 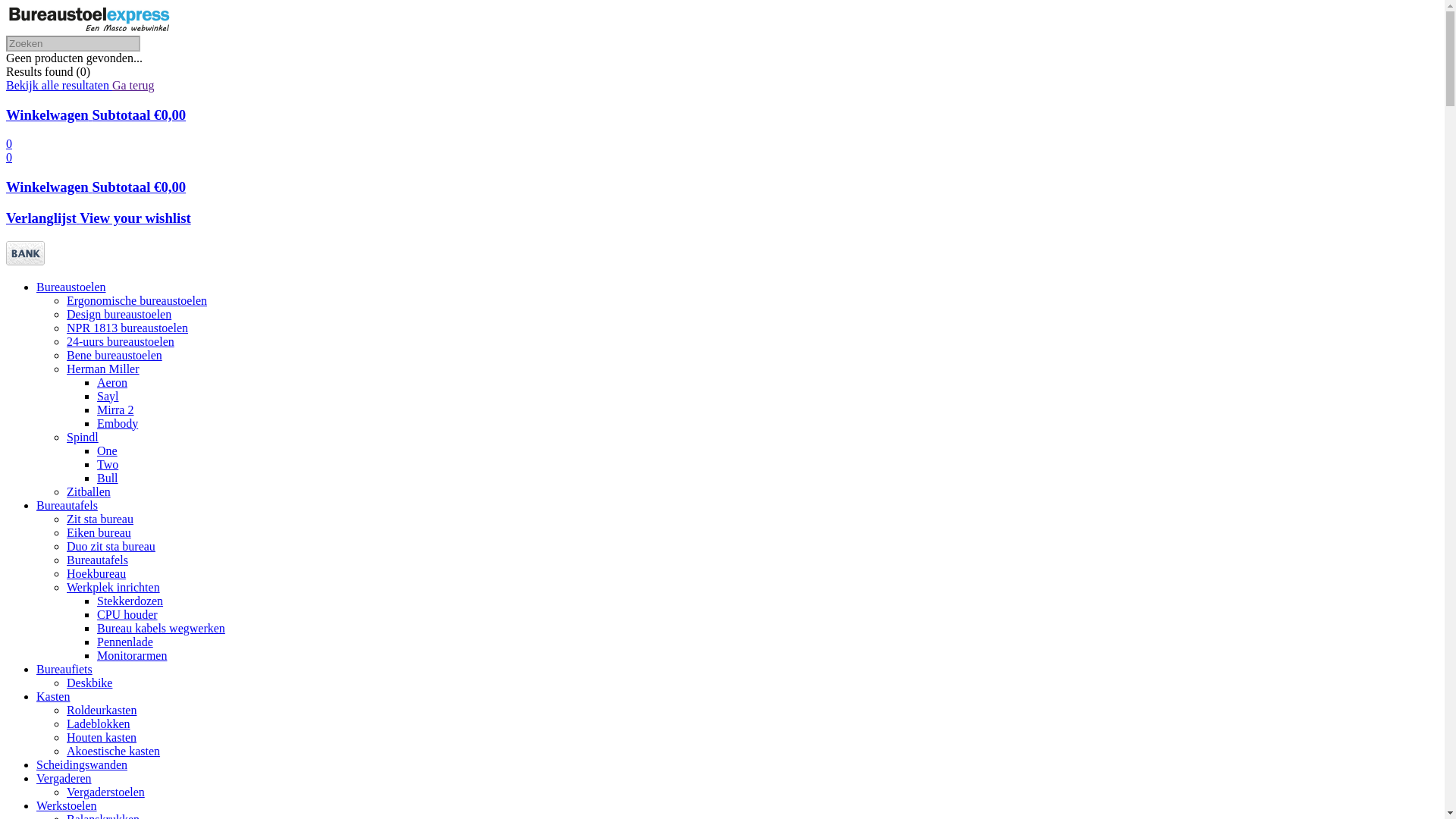 What do you see at coordinates (89, 682) in the screenshot?
I see `'Deskbike'` at bounding box center [89, 682].